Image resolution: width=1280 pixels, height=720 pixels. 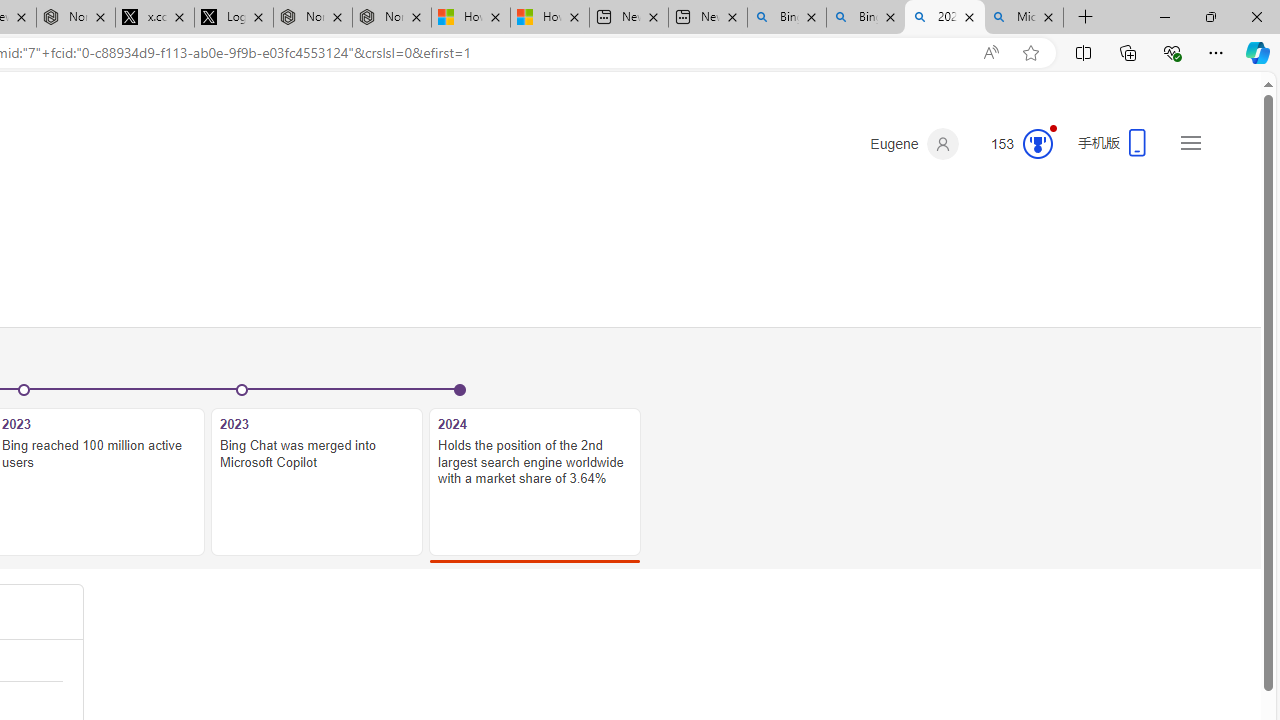 What do you see at coordinates (913, 143) in the screenshot?
I see `'Eugene'` at bounding box center [913, 143].